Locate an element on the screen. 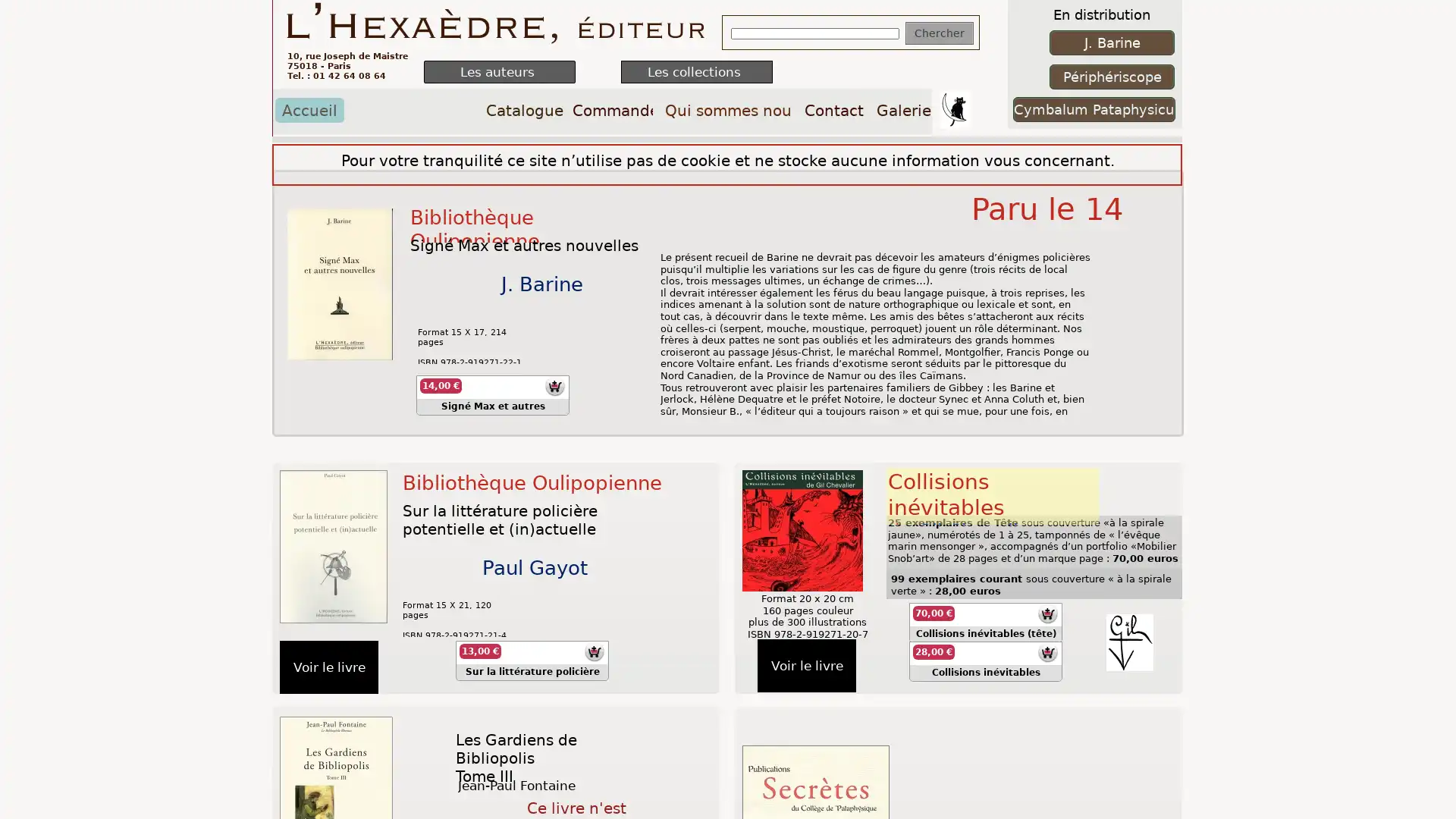 The width and height of the screenshot is (1456, 819). Contact is located at coordinates (833, 109).